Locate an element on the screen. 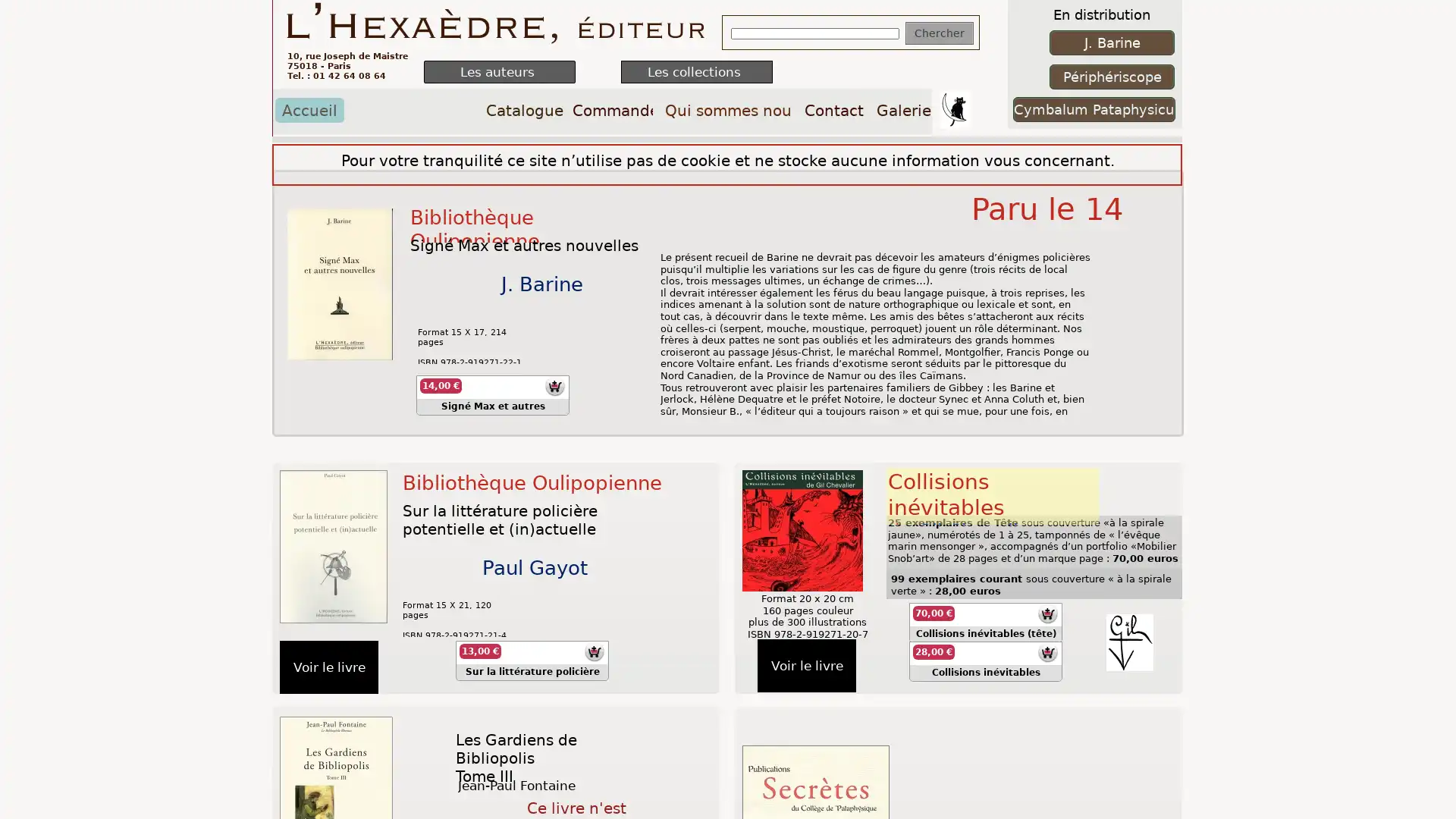 The width and height of the screenshot is (1456, 819). Contact is located at coordinates (833, 109).